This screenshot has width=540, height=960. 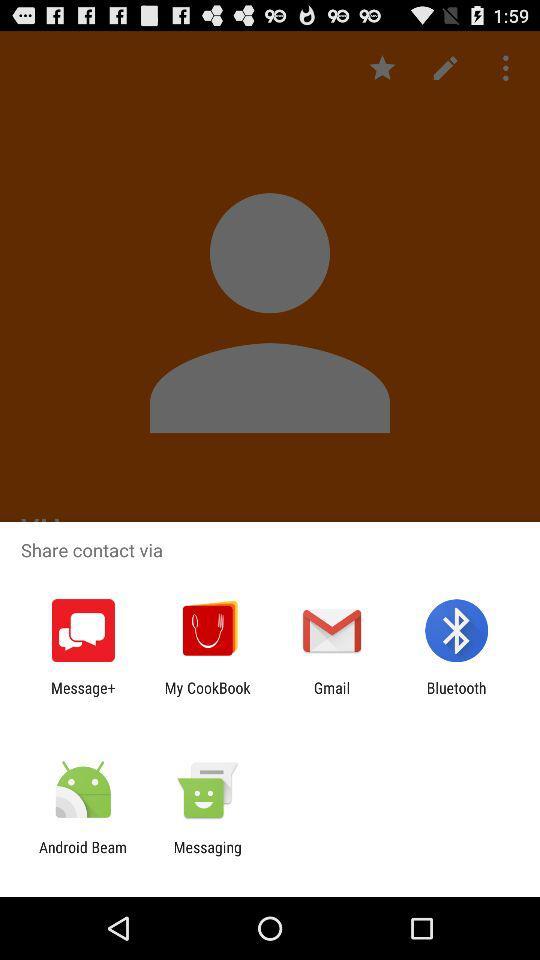 I want to click on the my cookbook icon, so click(x=206, y=696).